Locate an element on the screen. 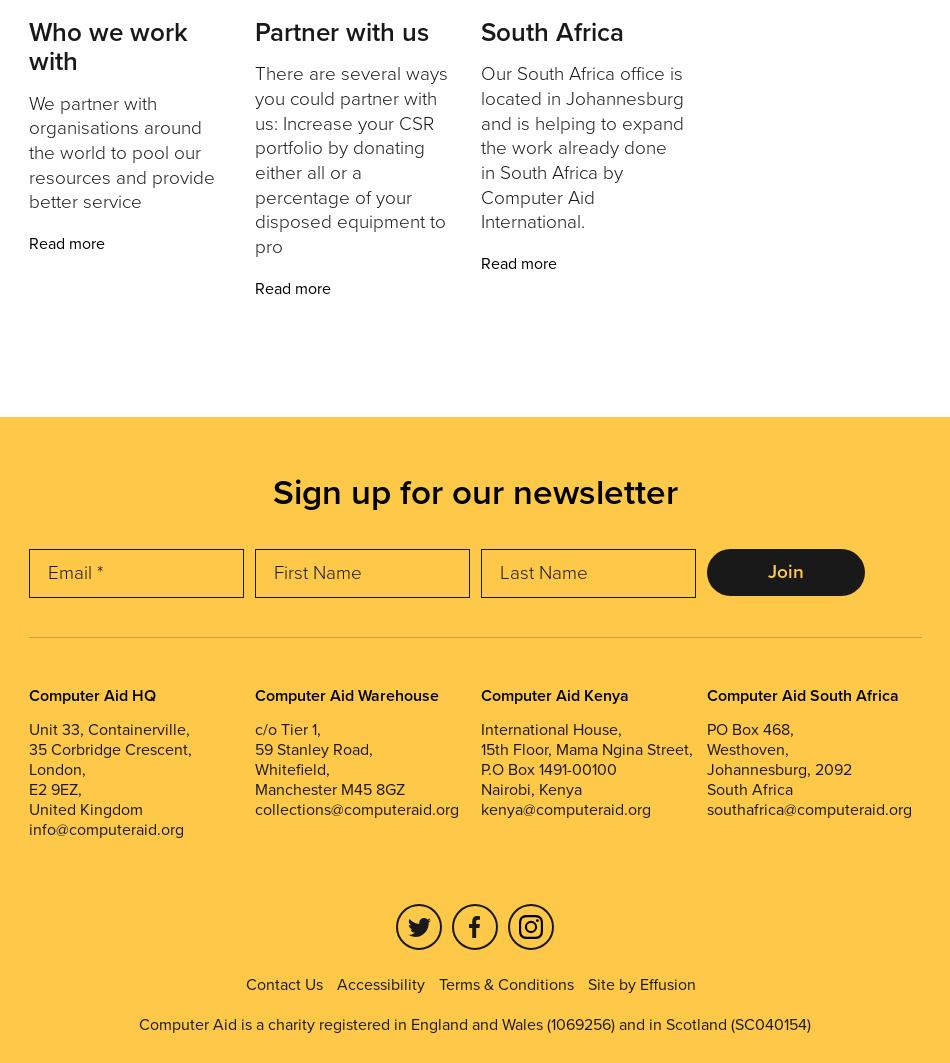 This screenshot has width=950, height=1063. '15th Floor, Mama Ngina Street,' is located at coordinates (585, 748).